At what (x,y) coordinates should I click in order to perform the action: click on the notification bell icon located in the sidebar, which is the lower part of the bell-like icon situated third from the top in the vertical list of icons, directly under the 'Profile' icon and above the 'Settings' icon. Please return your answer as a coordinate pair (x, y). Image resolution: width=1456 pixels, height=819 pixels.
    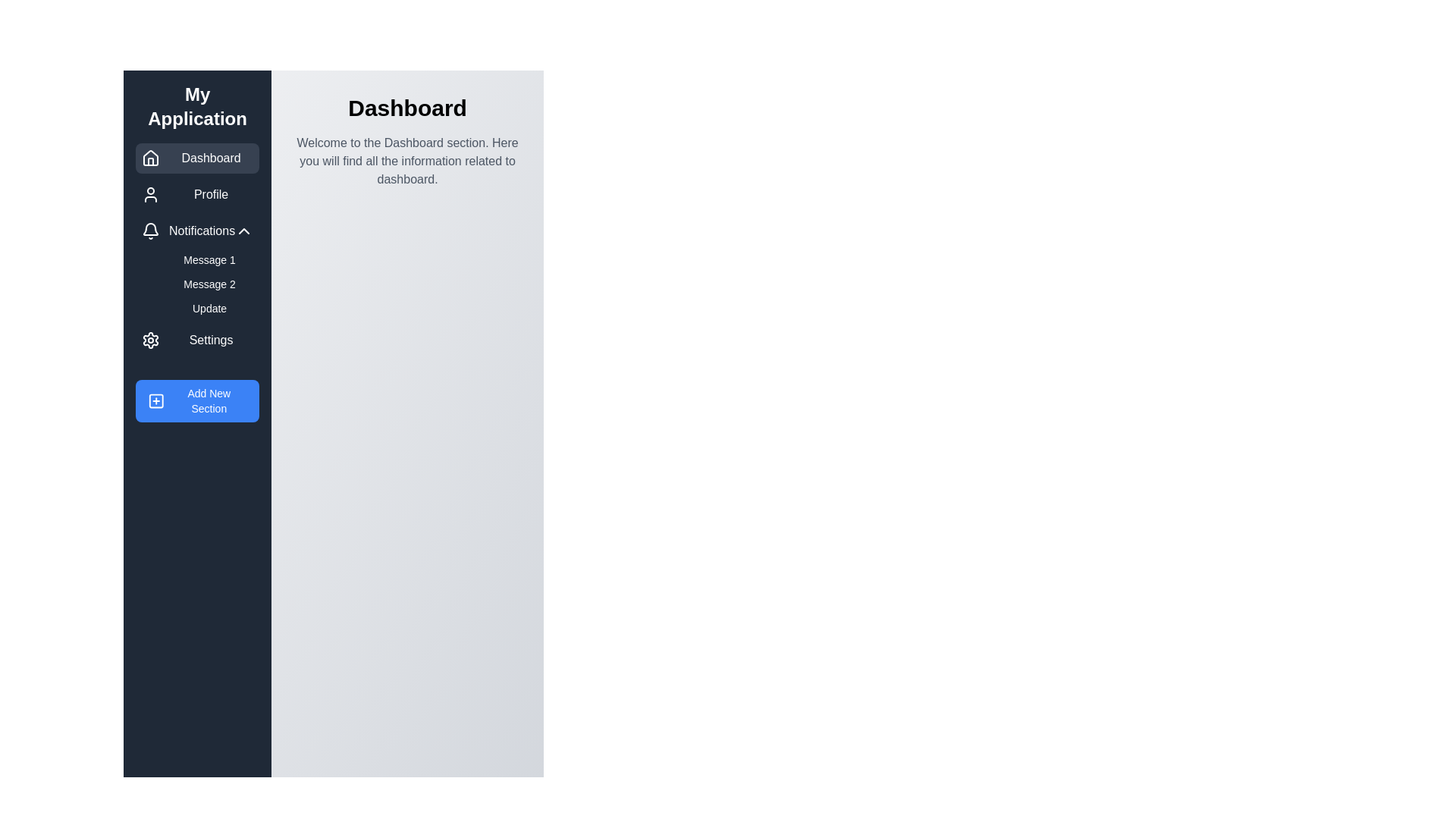
    Looking at the image, I should click on (150, 229).